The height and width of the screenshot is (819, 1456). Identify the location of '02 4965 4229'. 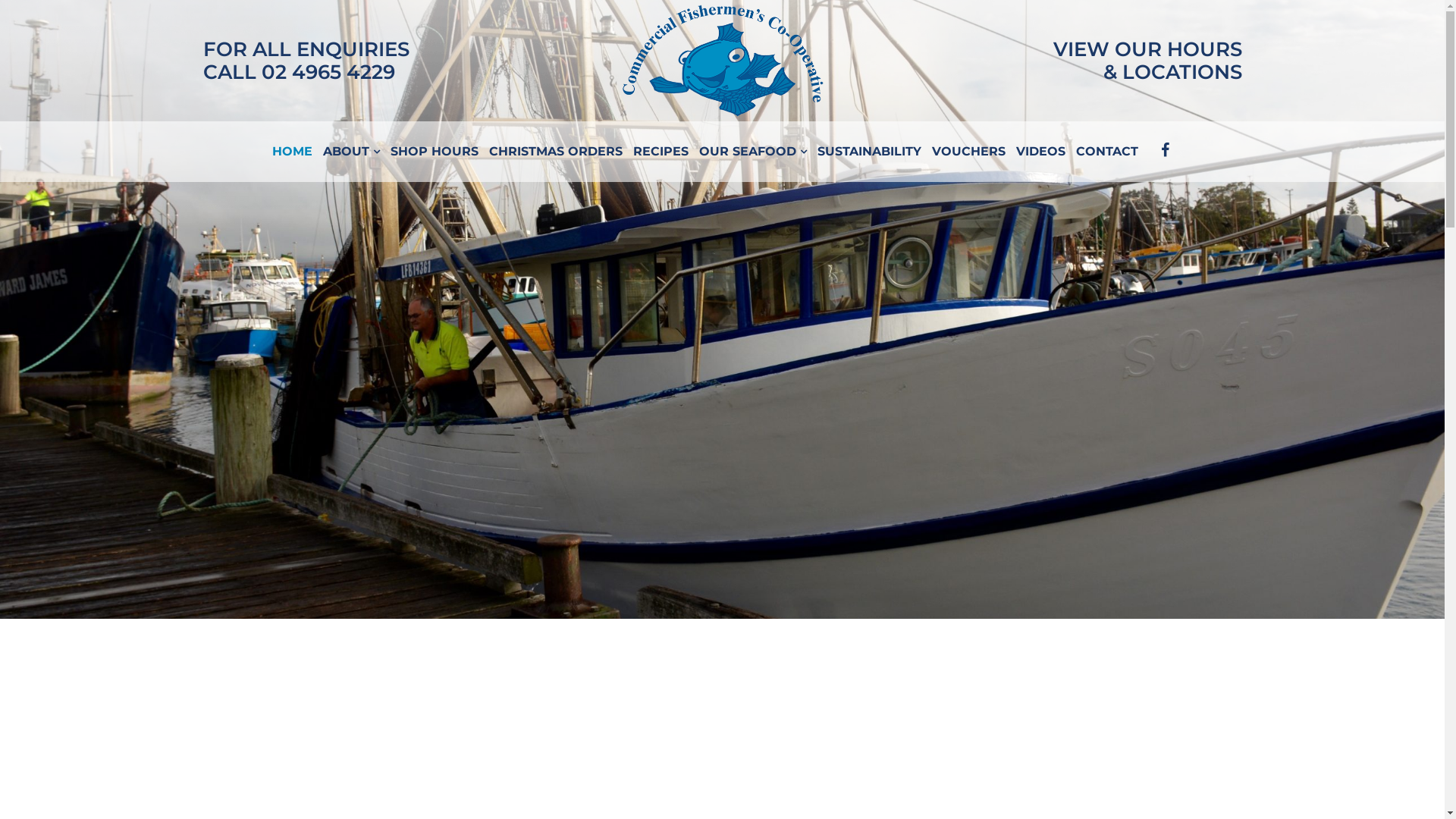
(327, 72).